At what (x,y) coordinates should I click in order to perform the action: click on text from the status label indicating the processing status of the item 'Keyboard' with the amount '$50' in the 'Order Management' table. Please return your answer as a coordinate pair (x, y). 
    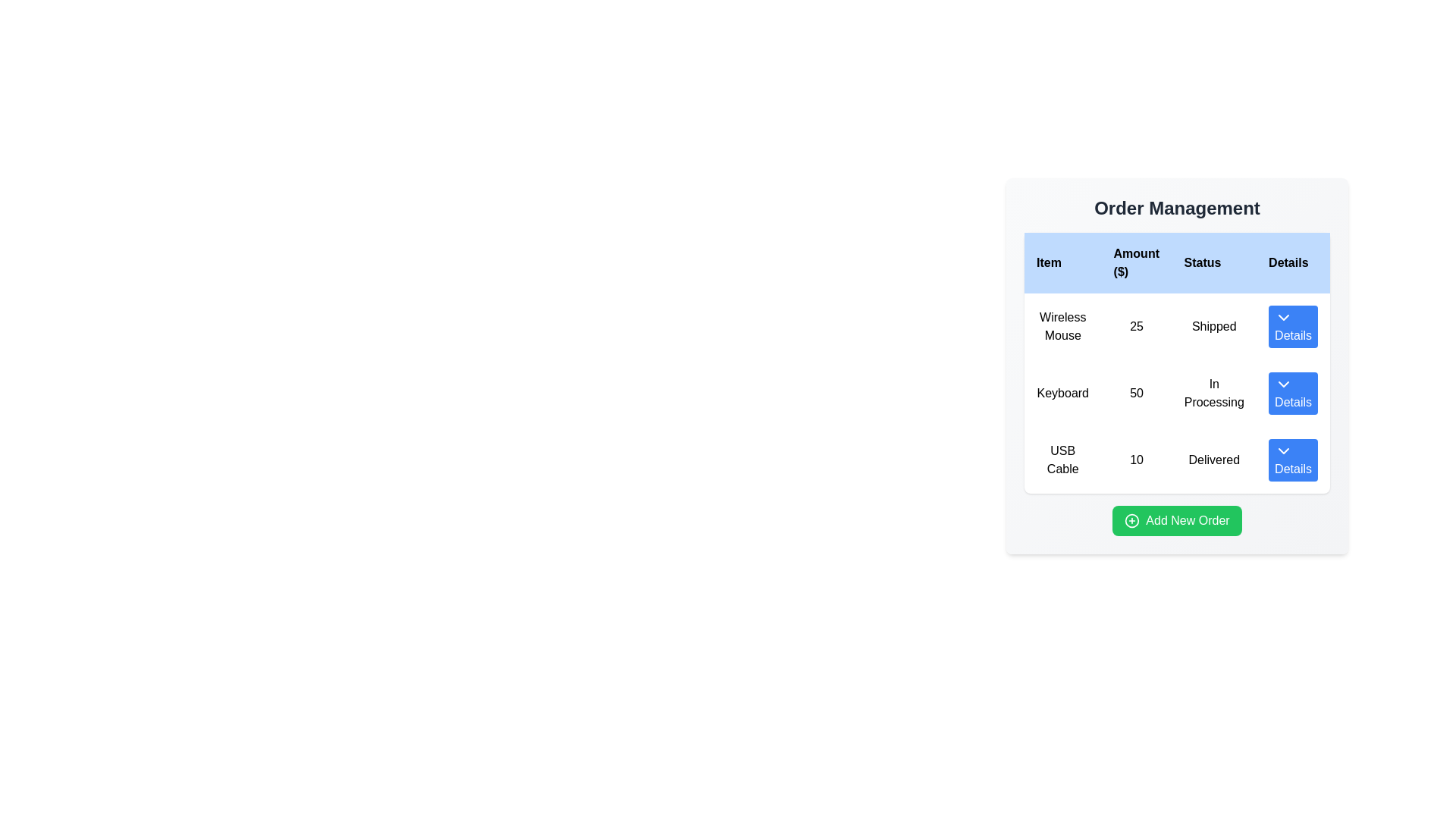
    Looking at the image, I should click on (1214, 393).